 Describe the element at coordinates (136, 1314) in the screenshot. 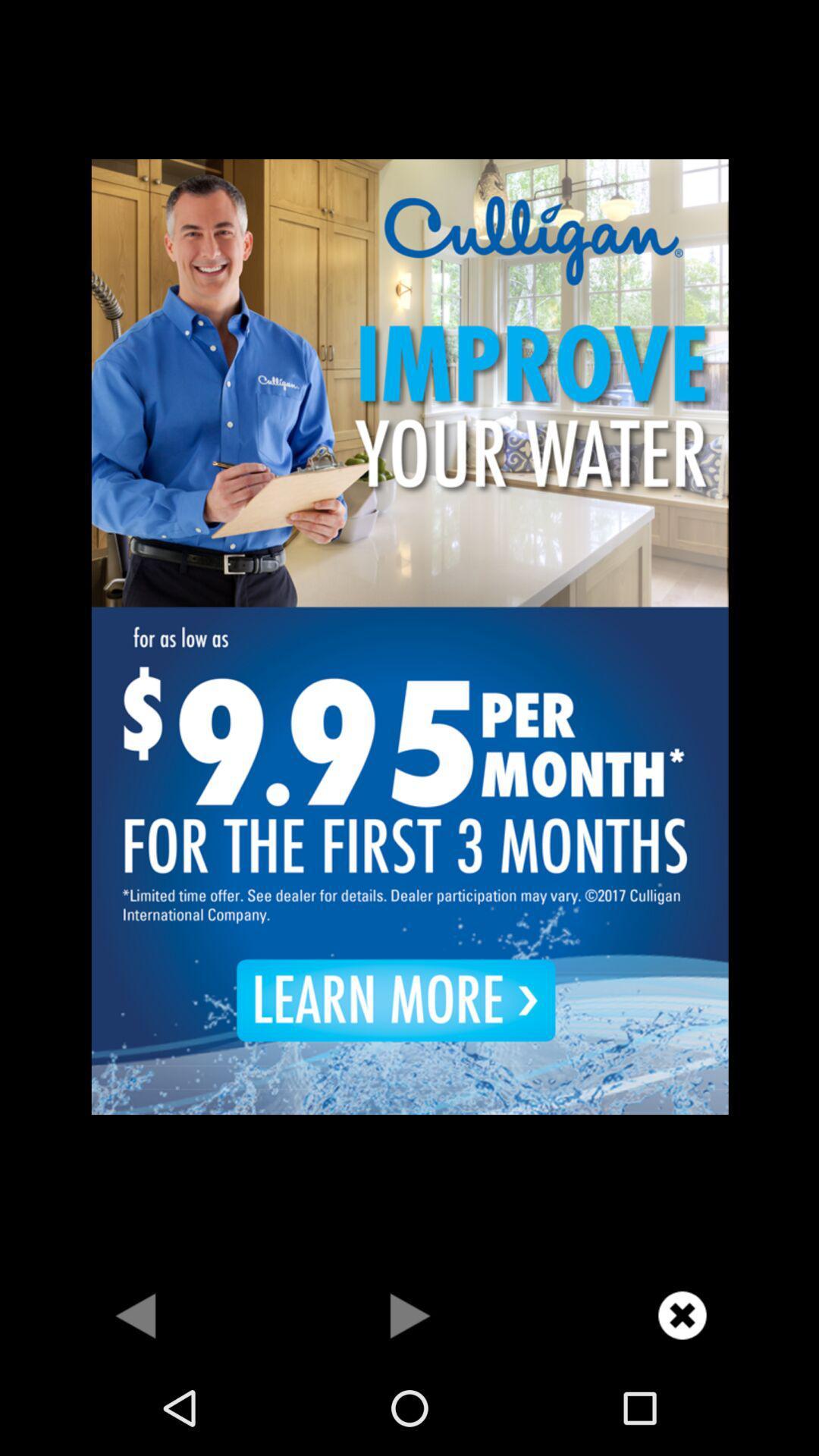

I see `goto next` at that location.